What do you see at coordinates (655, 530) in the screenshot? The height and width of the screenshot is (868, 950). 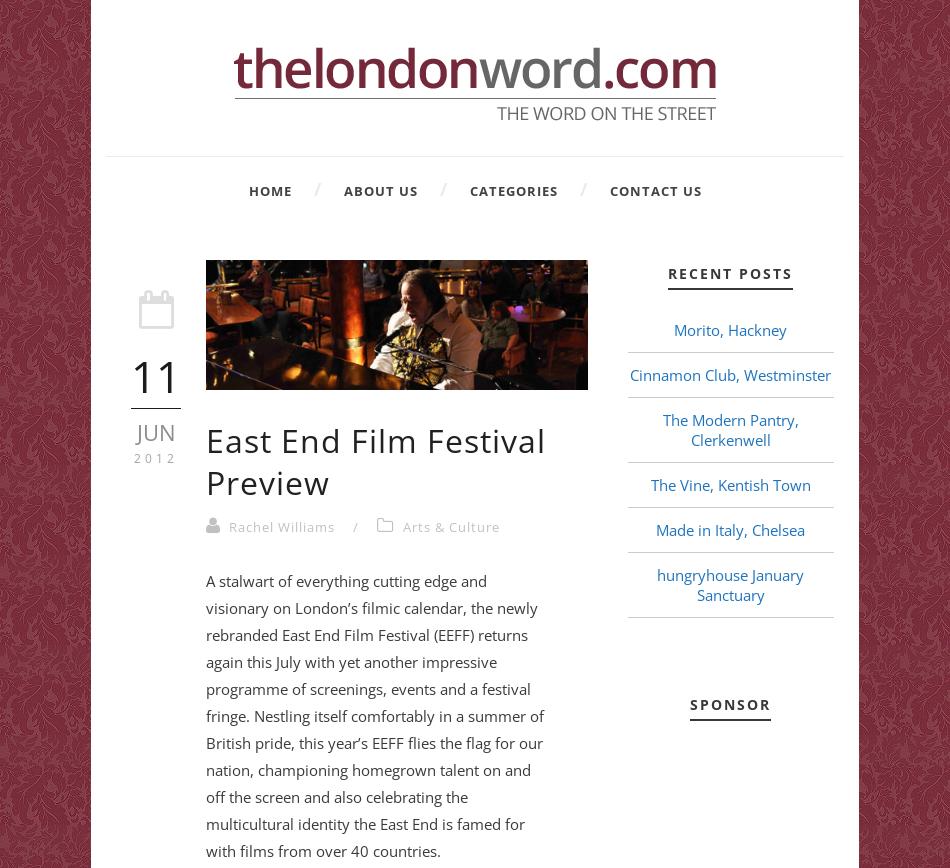 I see `'Made in Italy, Chelsea'` at bounding box center [655, 530].